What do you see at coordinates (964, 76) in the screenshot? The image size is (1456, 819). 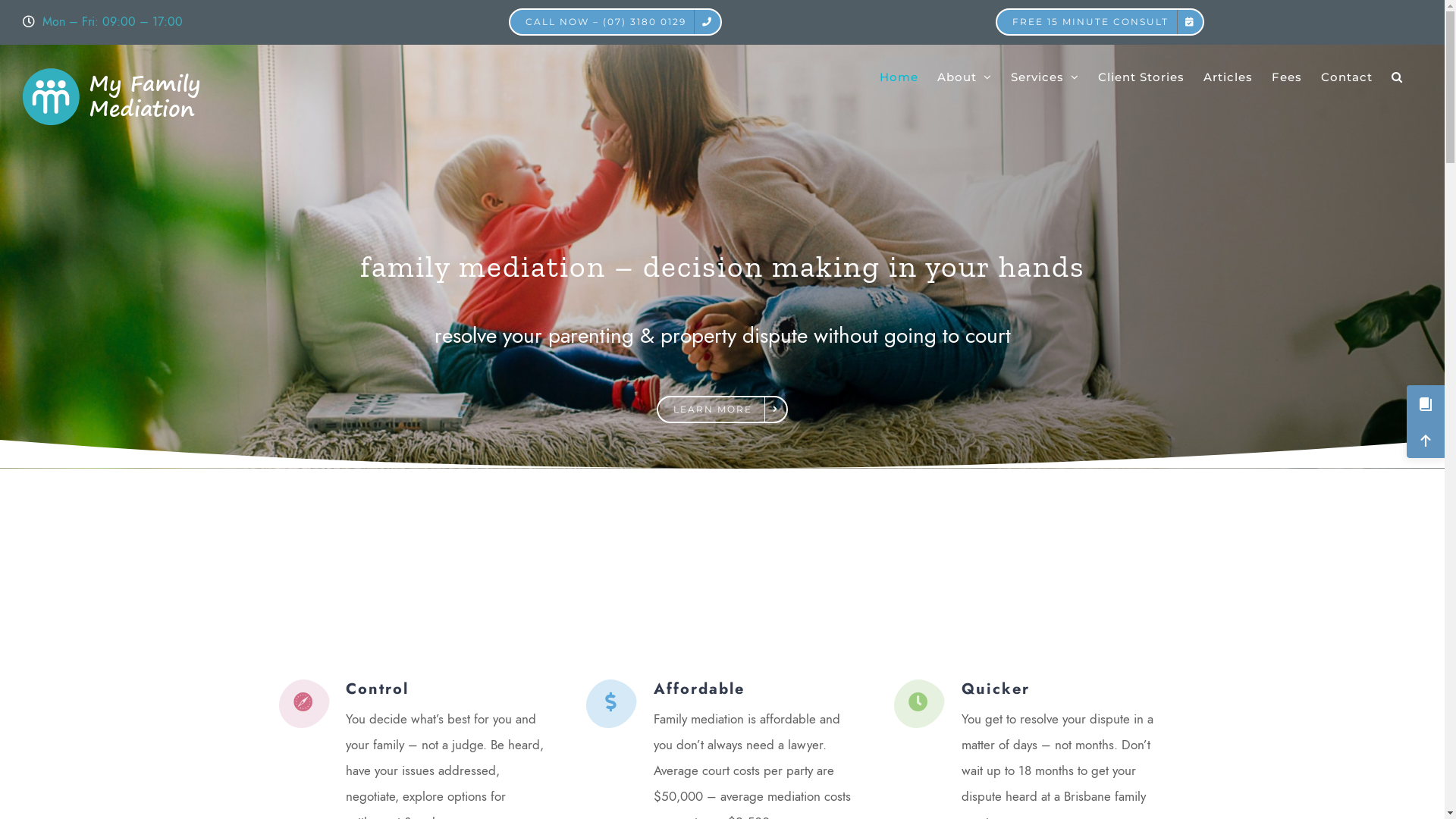 I see `'About'` at bounding box center [964, 76].